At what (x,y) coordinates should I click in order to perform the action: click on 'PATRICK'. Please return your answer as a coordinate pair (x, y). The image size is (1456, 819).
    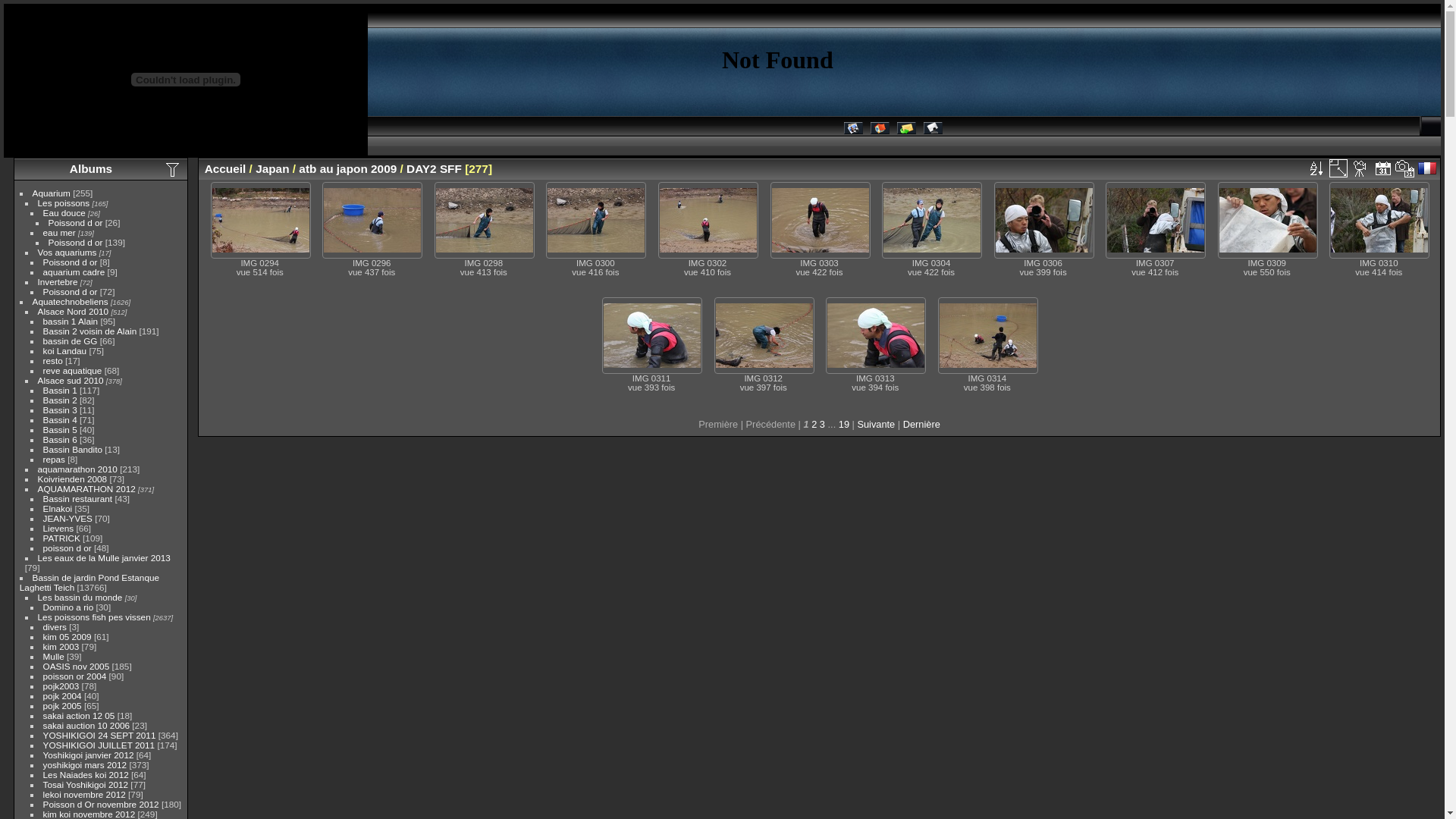
    Looking at the image, I should click on (61, 537).